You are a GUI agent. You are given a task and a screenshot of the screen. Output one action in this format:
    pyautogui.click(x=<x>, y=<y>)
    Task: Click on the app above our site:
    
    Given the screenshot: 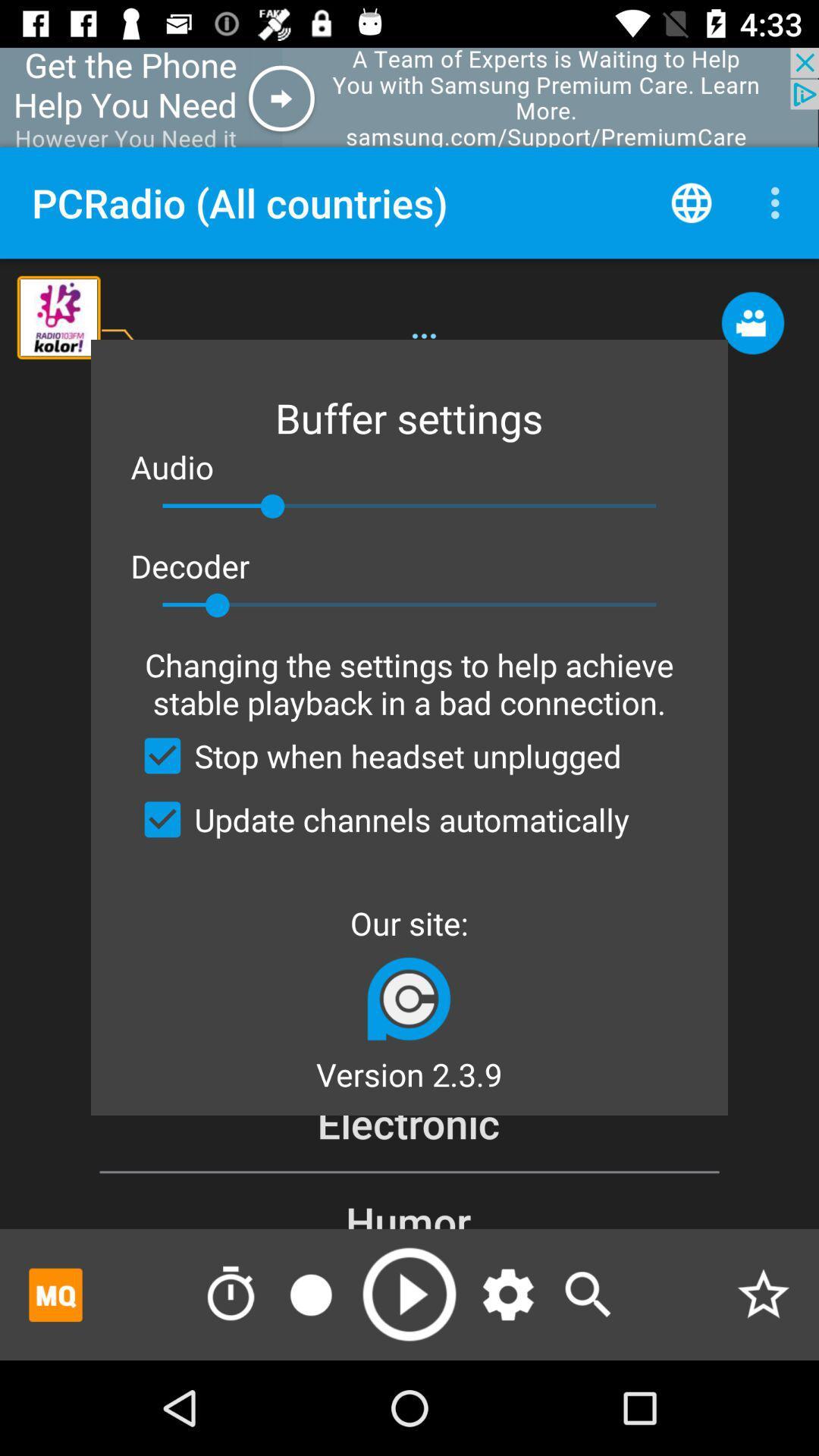 What is the action you would take?
    pyautogui.click(x=379, y=818)
    